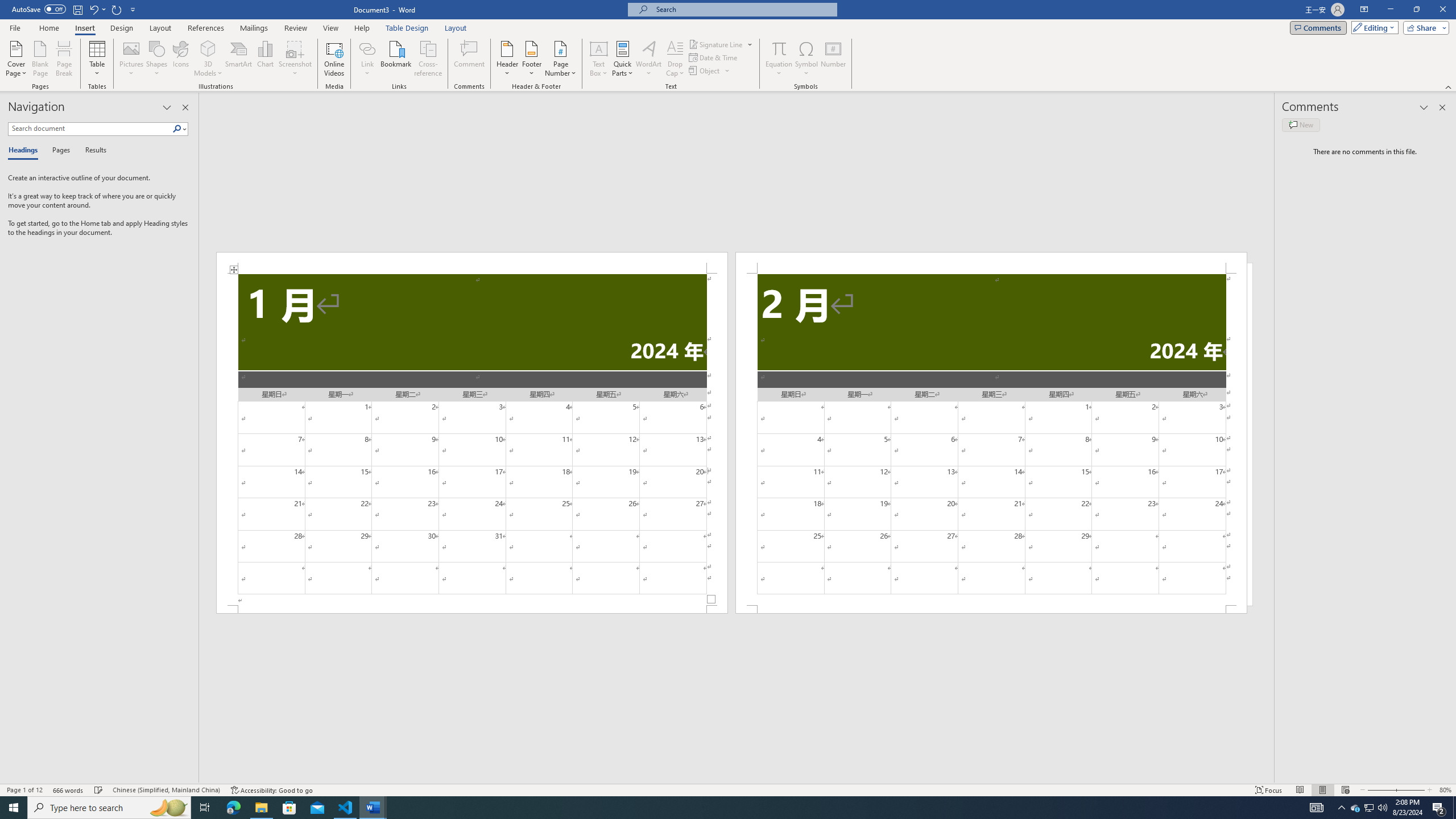 The width and height of the screenshot is (1456, 819). What do you see at coordinates (471, 440) in the screenshot?
I see `'Page 1 content'` at bounding box center [471, 440].